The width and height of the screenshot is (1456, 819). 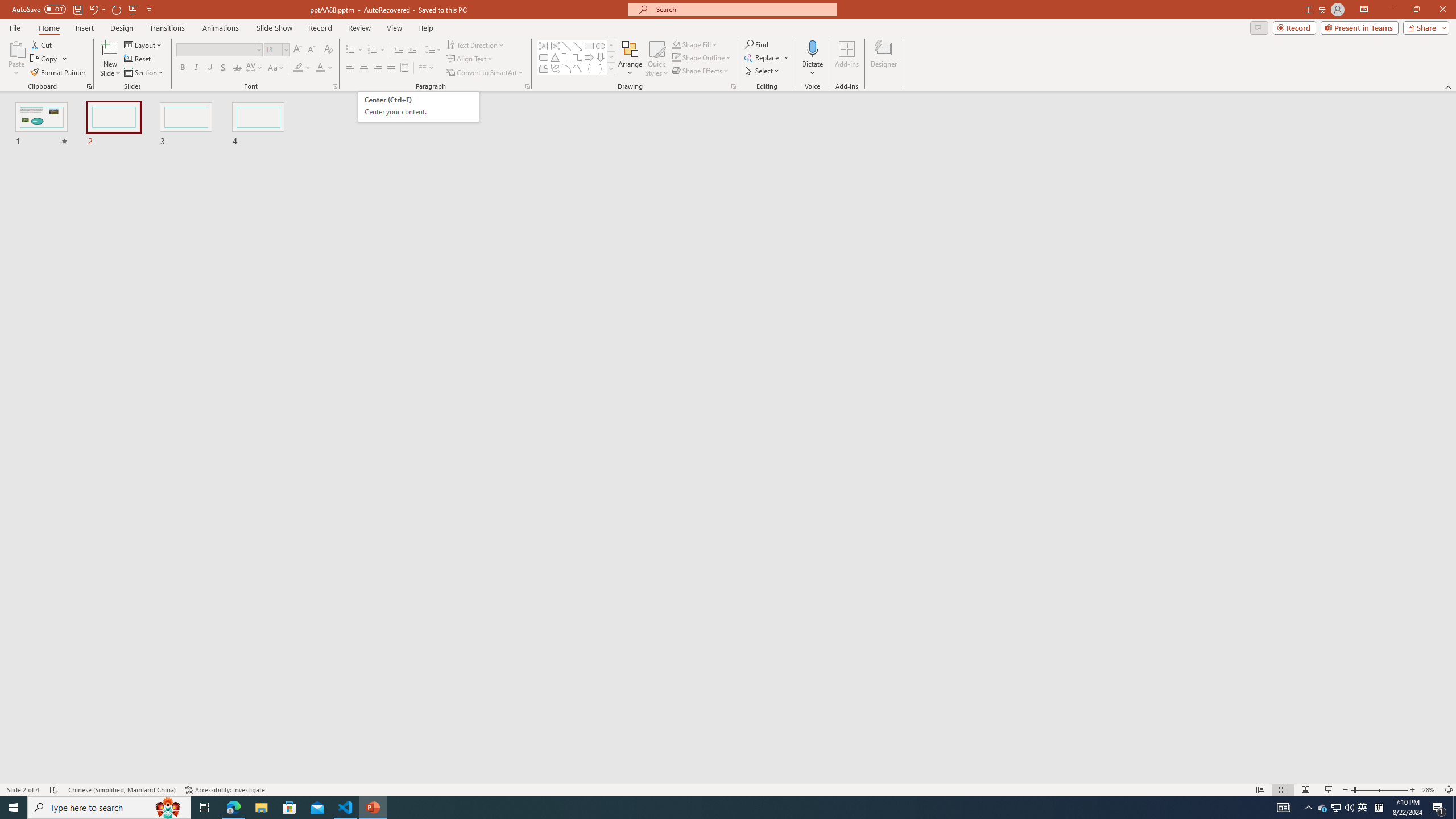 What do you see at coordinates (543, 56) in the screenshot?
I see `'Rectangle: Rounded Corners'` at bounding box center [543, 56].